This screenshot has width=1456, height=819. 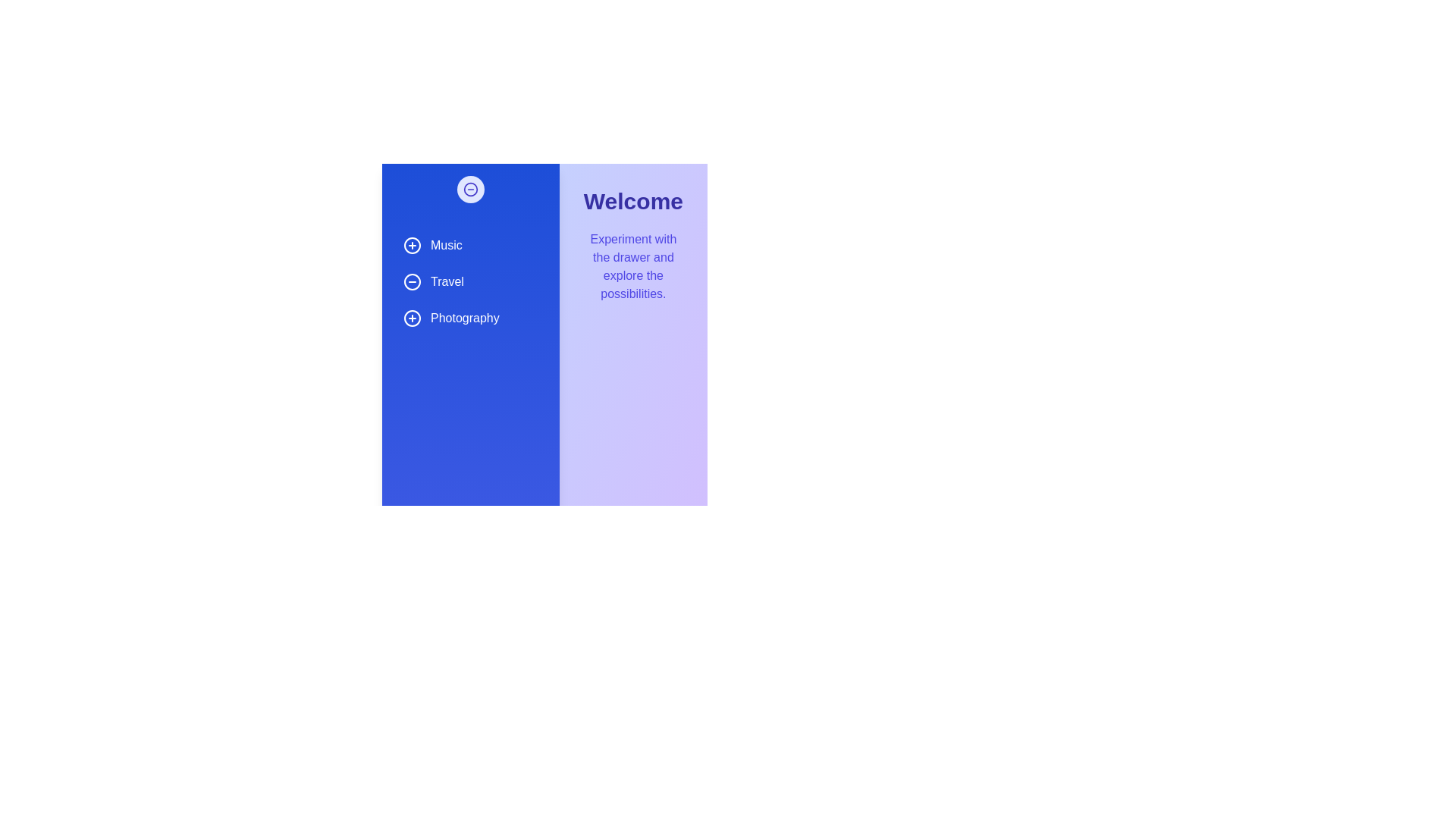 What do you see at coordinates (412, 245) in the screenshot?
I see `the icon corresponding to Music in the drawer` at bounding box center [412, 245].